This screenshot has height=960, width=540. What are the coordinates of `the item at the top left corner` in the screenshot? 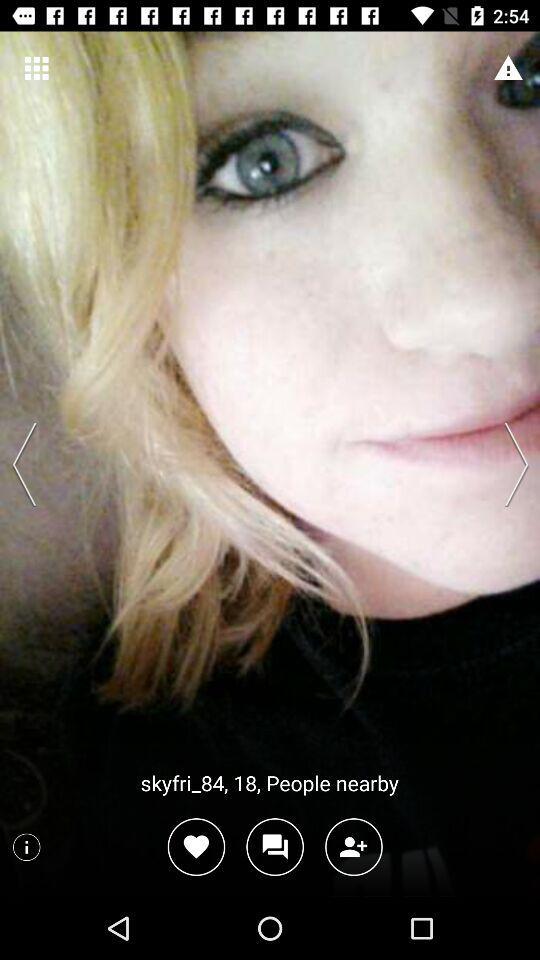 It's located at (36, 68).